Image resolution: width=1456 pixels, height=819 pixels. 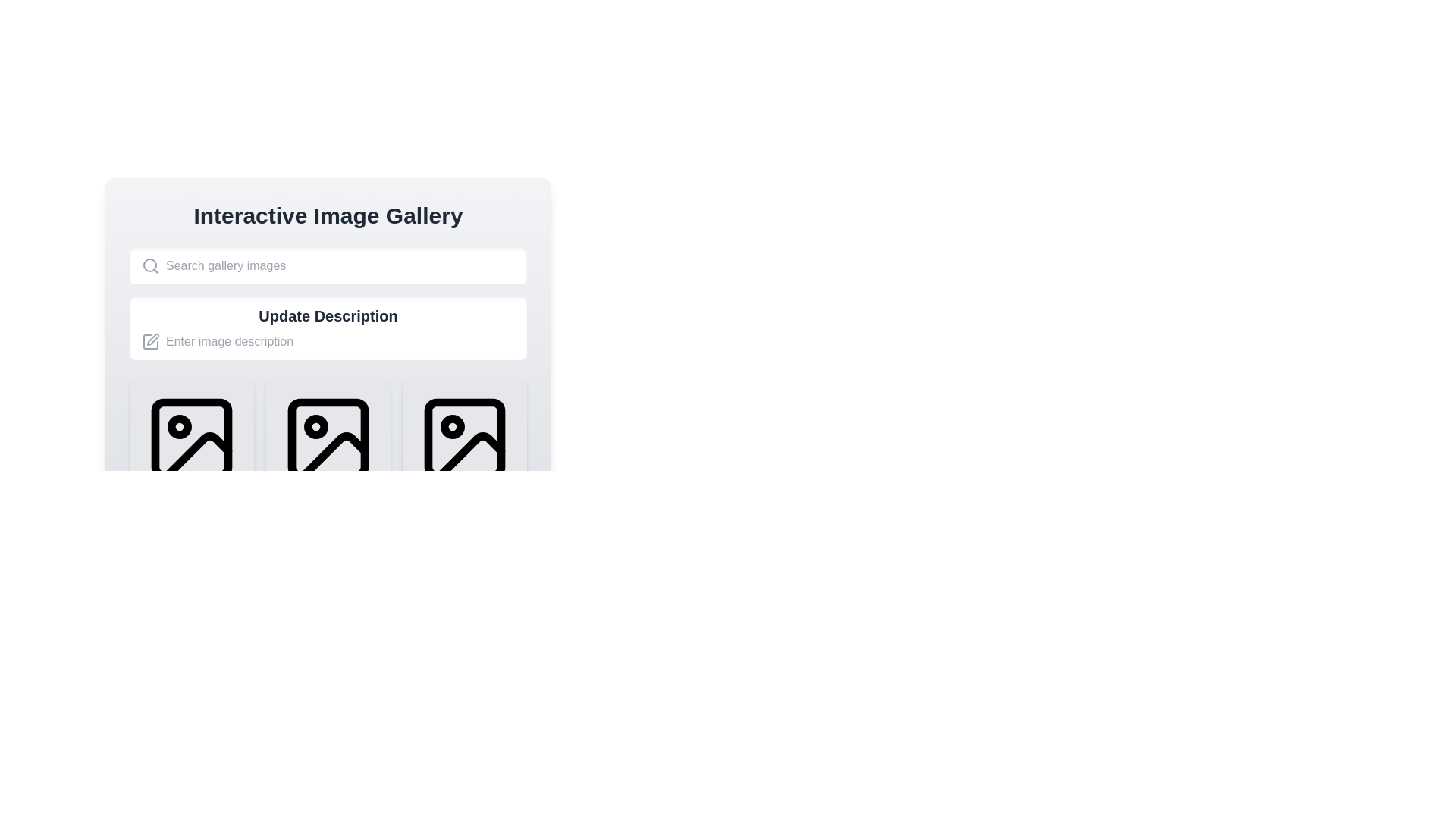 I want to click on the image icon that serves as a visual representation for 'Image 2', which is the second icon in a horizontal row of three icons, so click(x=327, y=438).